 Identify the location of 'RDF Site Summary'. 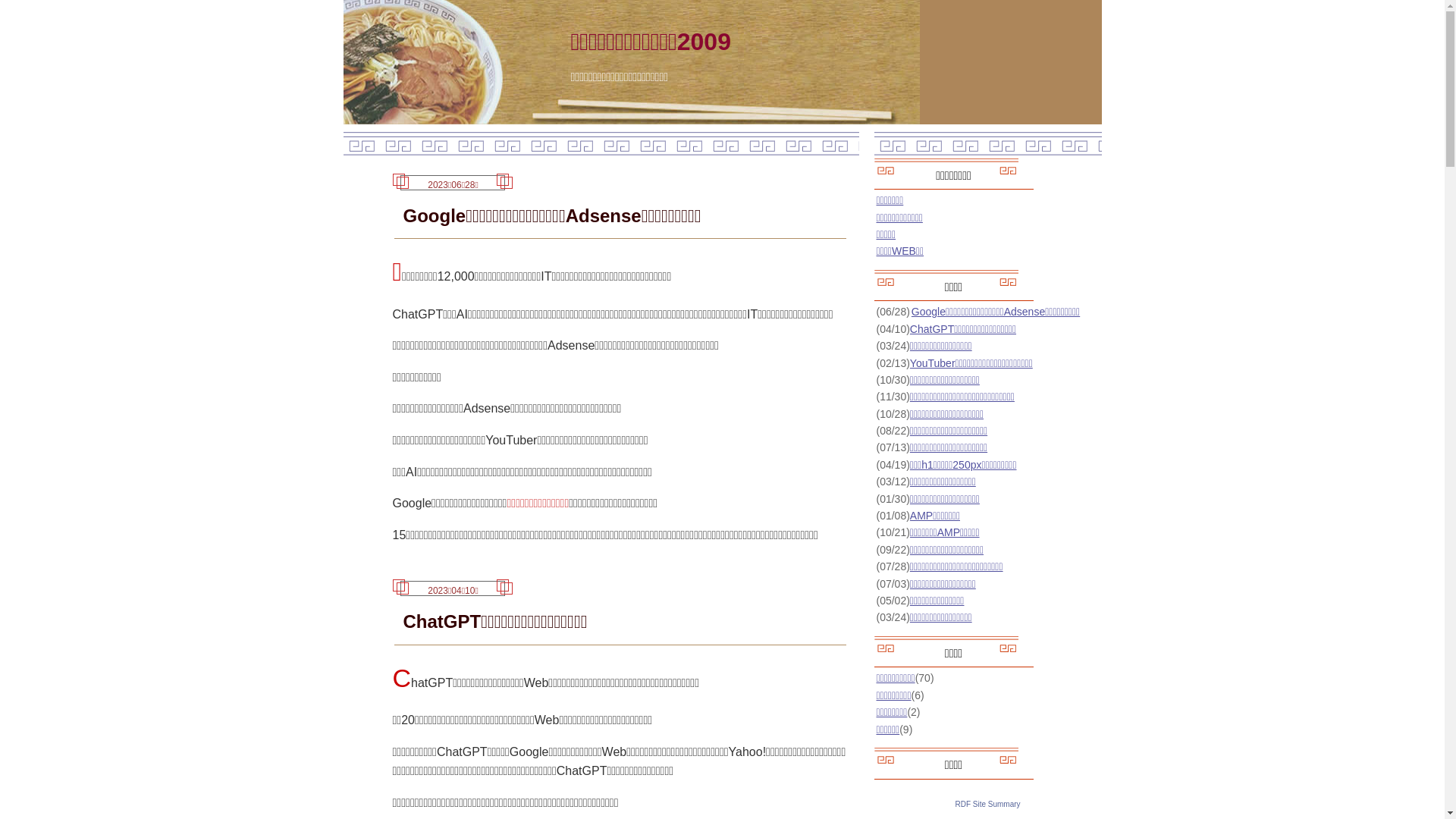
(953, 802).